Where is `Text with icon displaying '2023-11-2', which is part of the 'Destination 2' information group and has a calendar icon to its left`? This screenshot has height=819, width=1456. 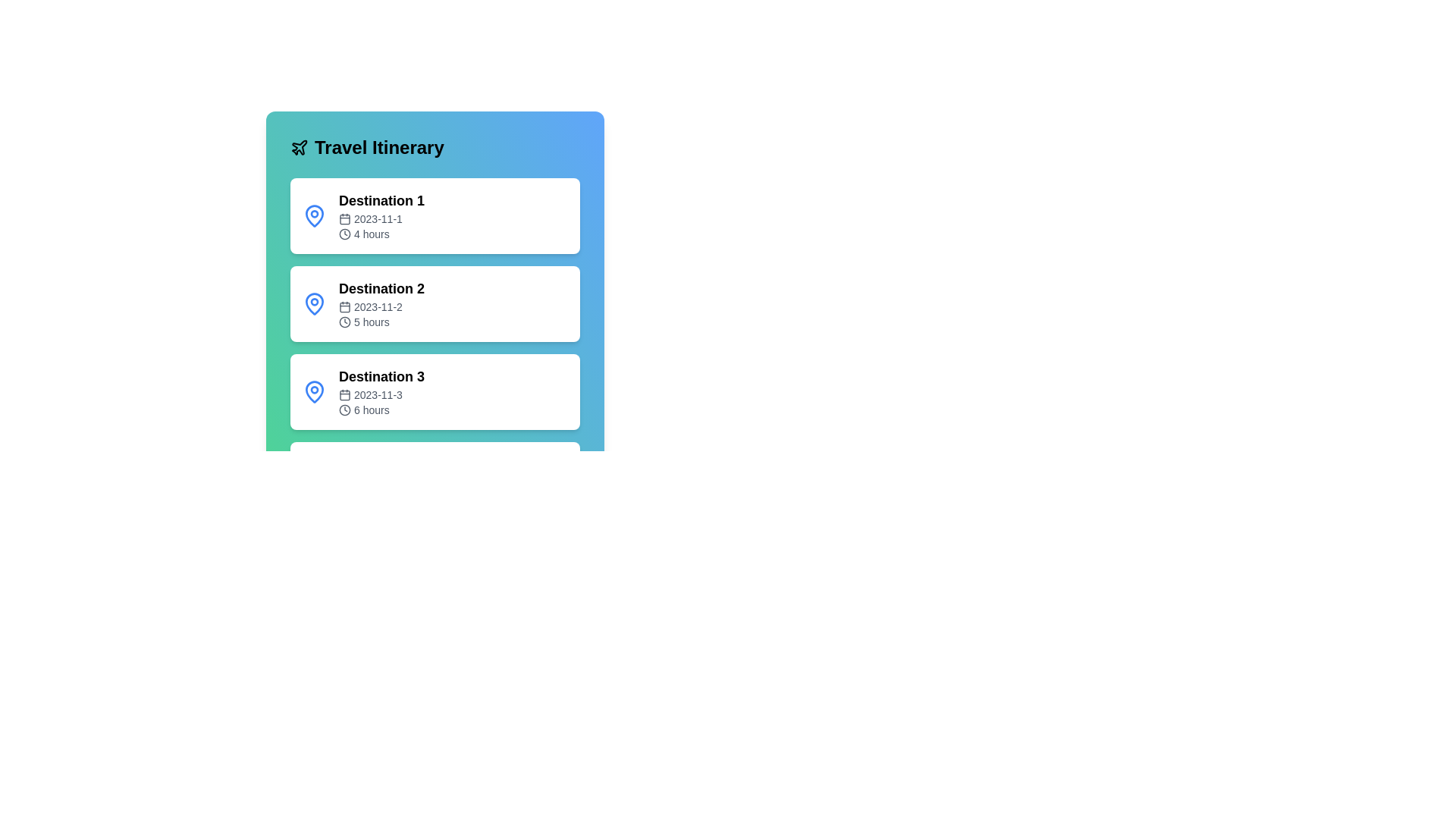
Text with icon displaying '2023-11-2', which is part of the 'Destination 2' information group and has a calendar icon to its left is located at coordinates (381, 307).